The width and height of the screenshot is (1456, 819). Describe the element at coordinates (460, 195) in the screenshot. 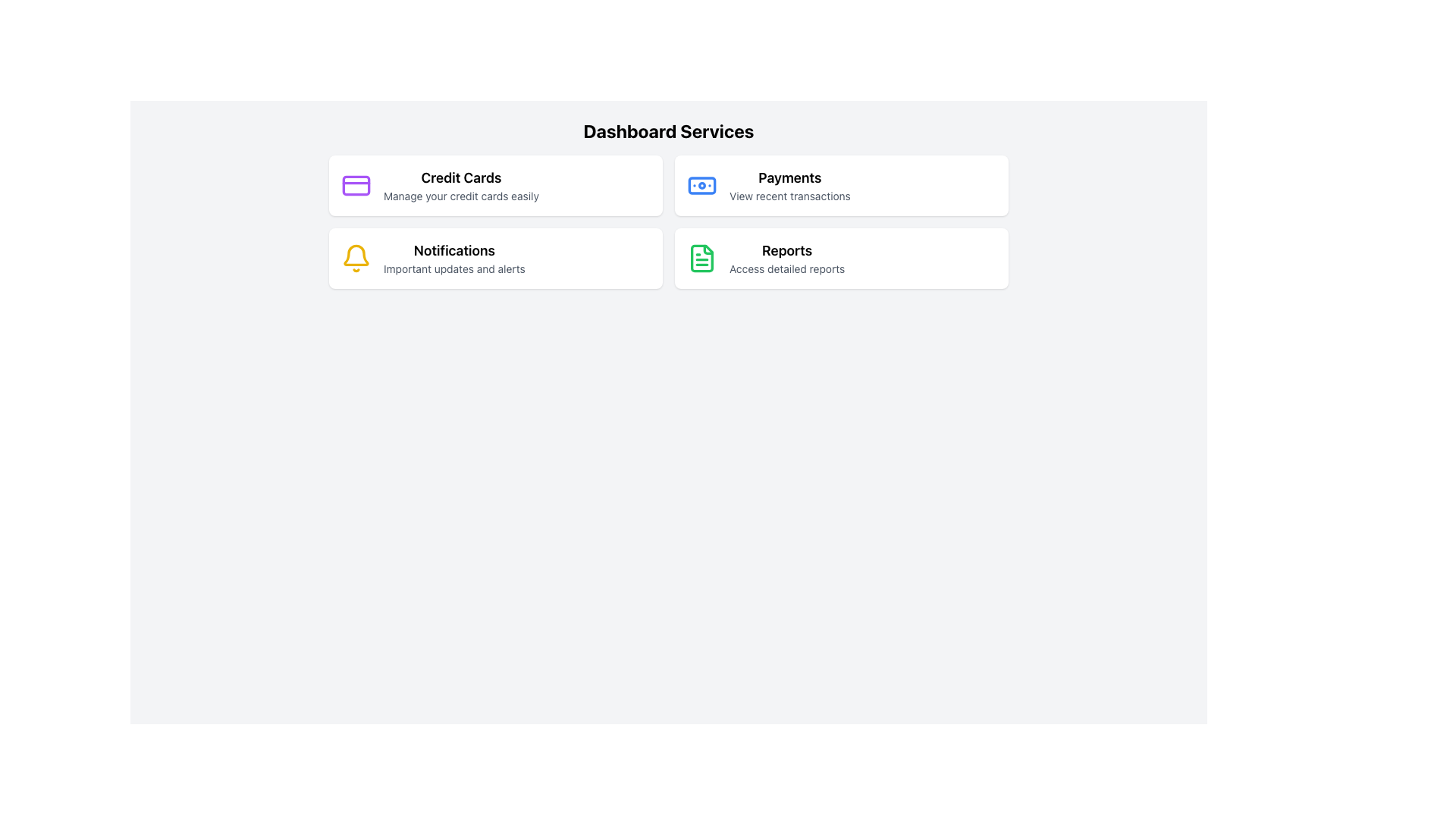

I see `static text label located in the 'Credit Cards' section, positioned below the title 'Credit Cards', which provides additional context about managing credit cards easily` at that location.